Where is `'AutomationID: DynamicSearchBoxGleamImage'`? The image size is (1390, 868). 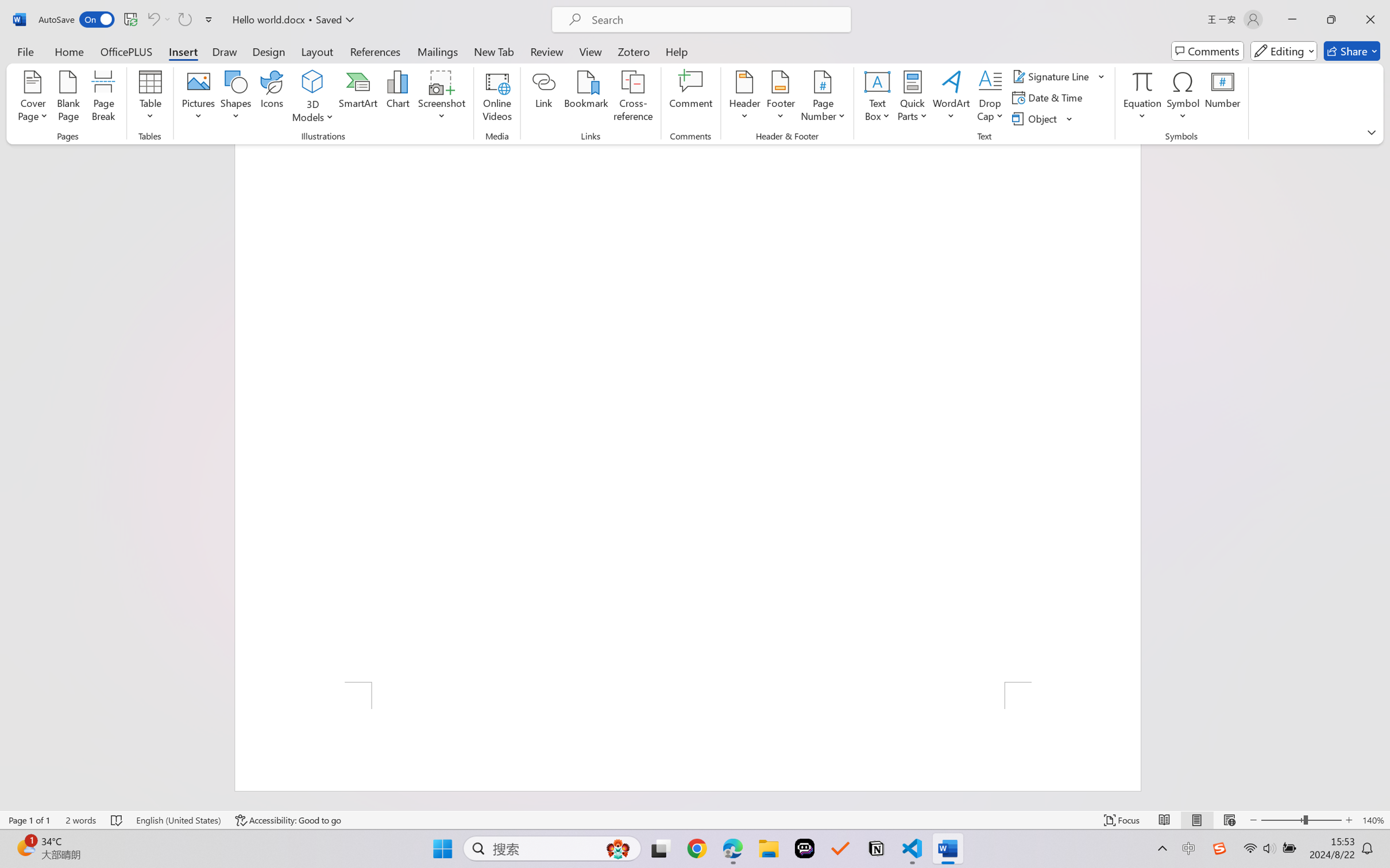 'AutomationID: DynamicSearchBoxGleamImage' is located at coordinates (618, 848).